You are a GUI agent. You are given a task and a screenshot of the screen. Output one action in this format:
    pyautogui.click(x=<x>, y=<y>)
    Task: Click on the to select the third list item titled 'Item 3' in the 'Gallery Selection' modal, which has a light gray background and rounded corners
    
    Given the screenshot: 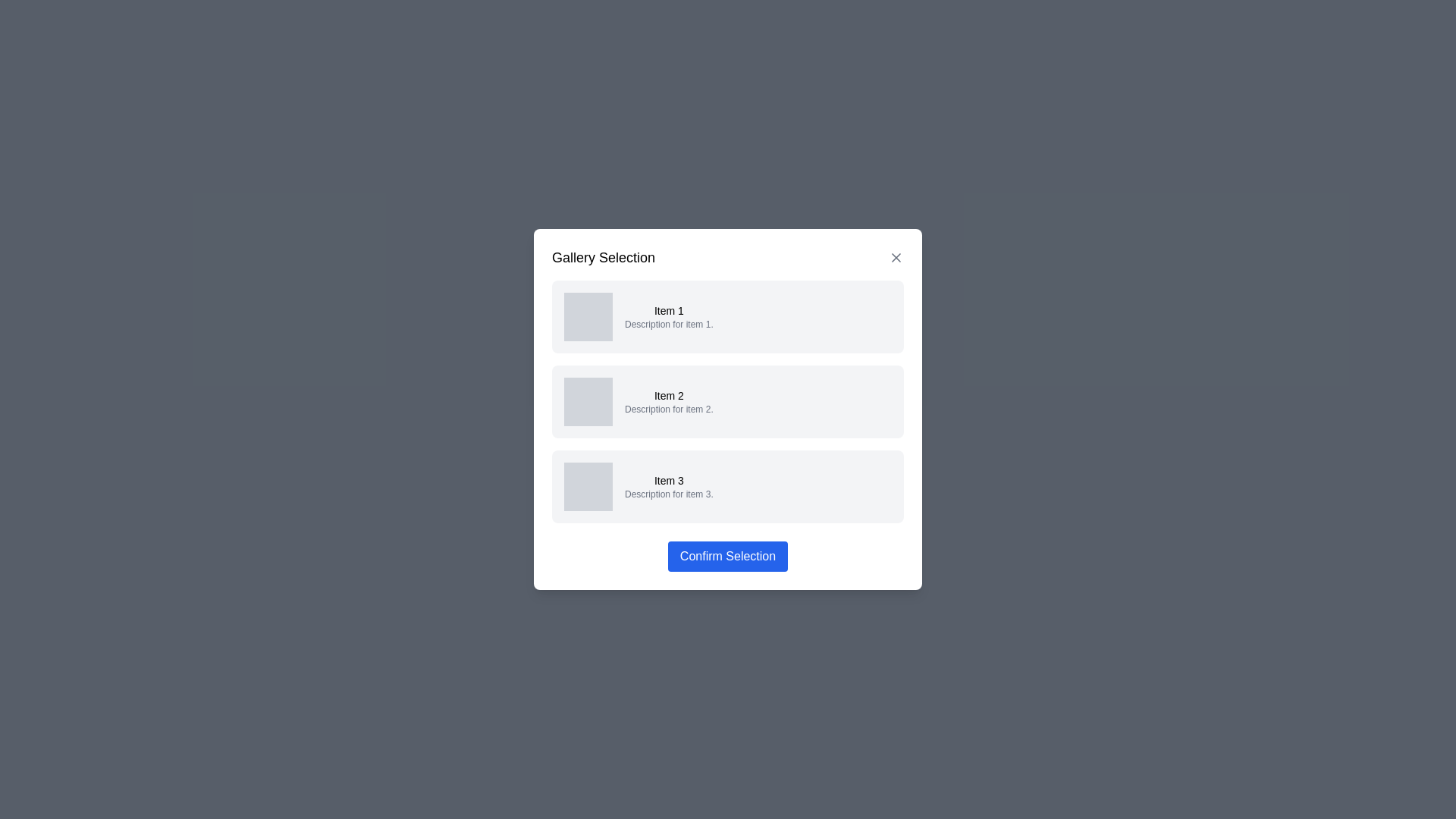 What is the action you would take?
    pyautogui.click(x=728, y=486)
    